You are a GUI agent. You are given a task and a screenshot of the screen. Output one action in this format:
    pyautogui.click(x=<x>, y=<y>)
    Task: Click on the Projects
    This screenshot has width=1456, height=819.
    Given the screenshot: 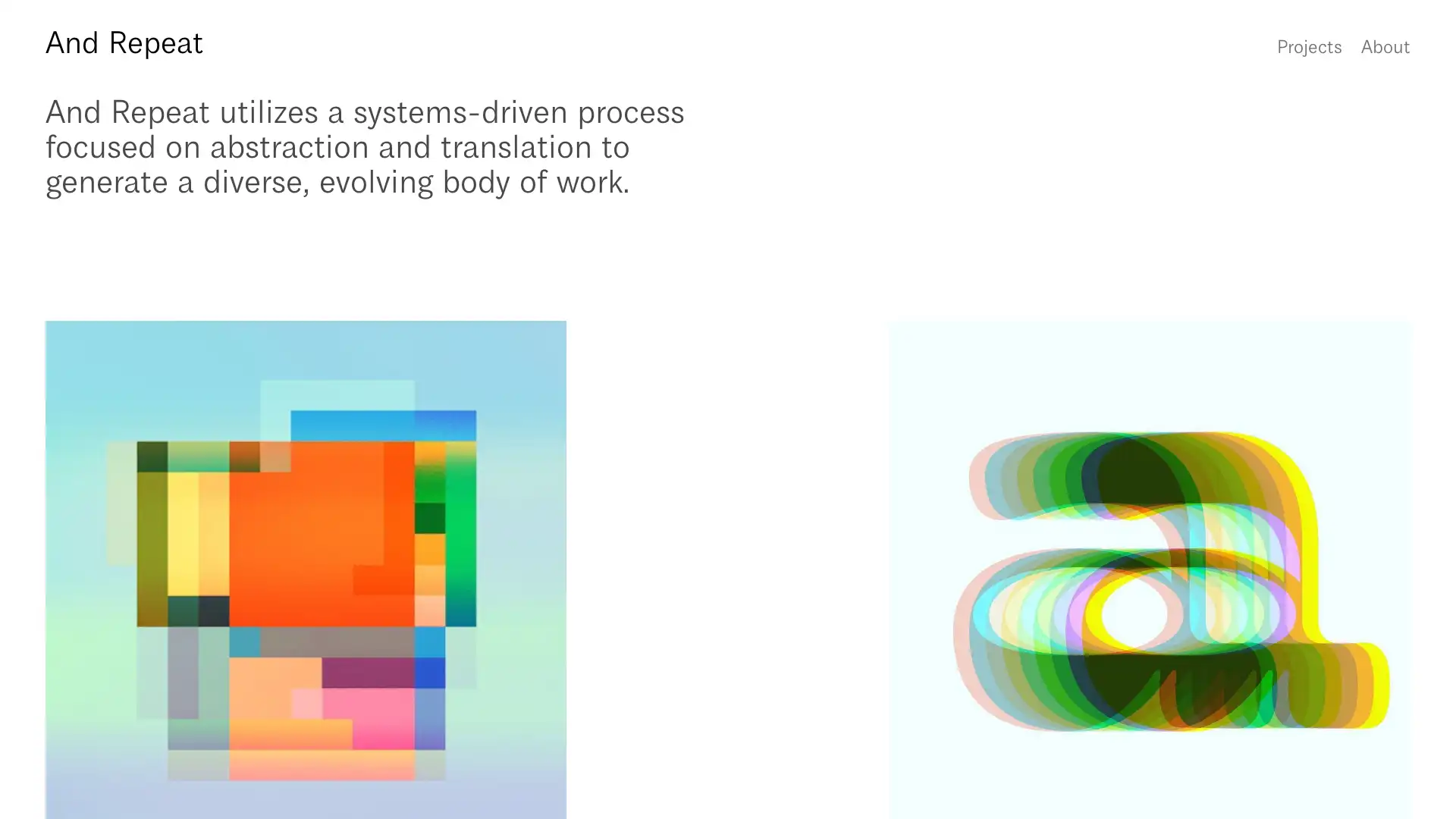 What is the action you would take?
    pyautogui.click(x=1309, y=45)
    